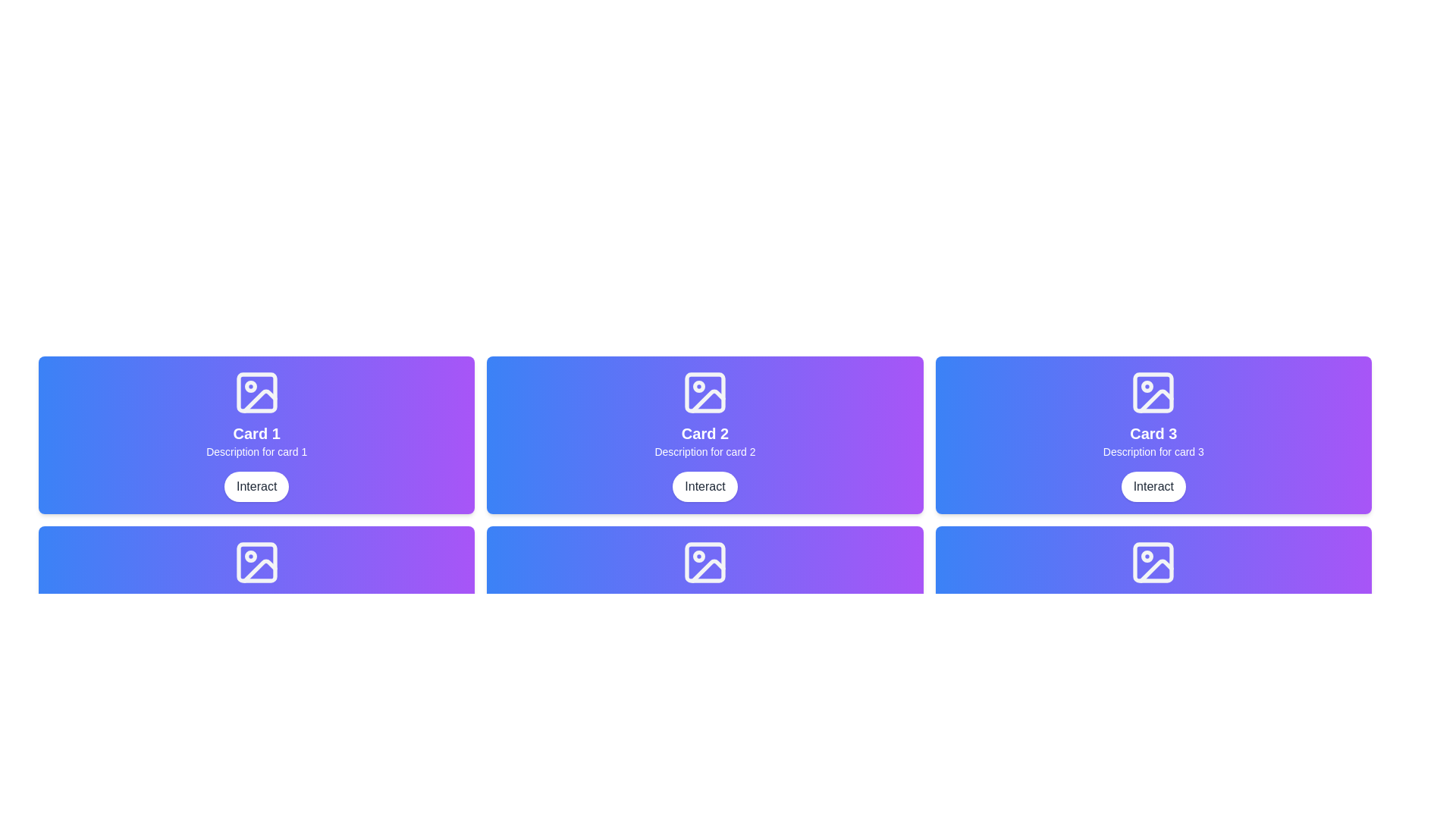 The image size is (1456, 819). Describe the element at coordinates (704, 391) in the screenshot. I see `the square-shaped icon component that resembles an image symbol, located in Card 2, above the text 'Card 2' and aligned with the 'Interact' button` at that location.